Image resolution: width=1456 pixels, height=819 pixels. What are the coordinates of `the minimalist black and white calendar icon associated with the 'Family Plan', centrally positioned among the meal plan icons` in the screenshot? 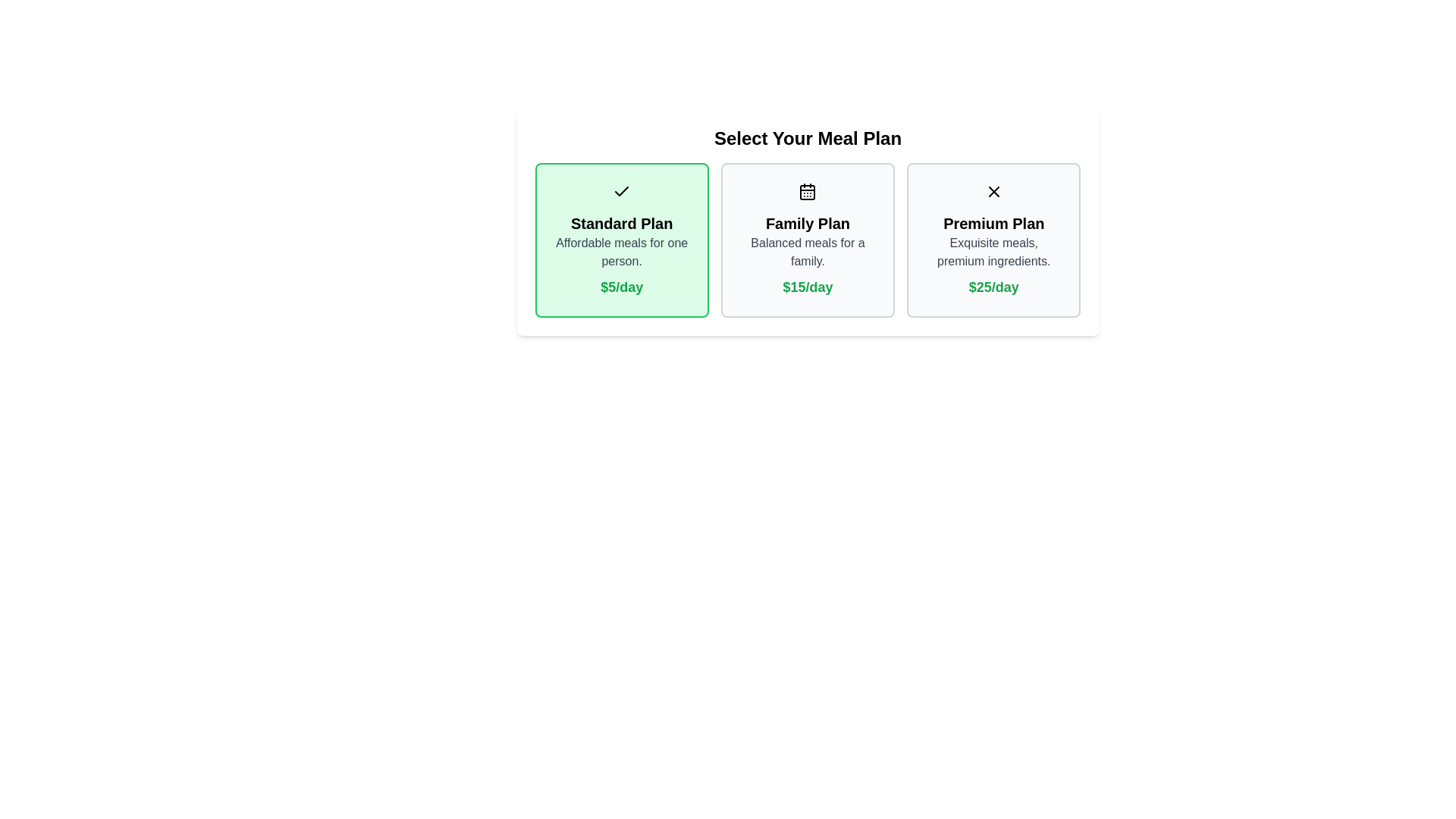 It's located at (807, 192).